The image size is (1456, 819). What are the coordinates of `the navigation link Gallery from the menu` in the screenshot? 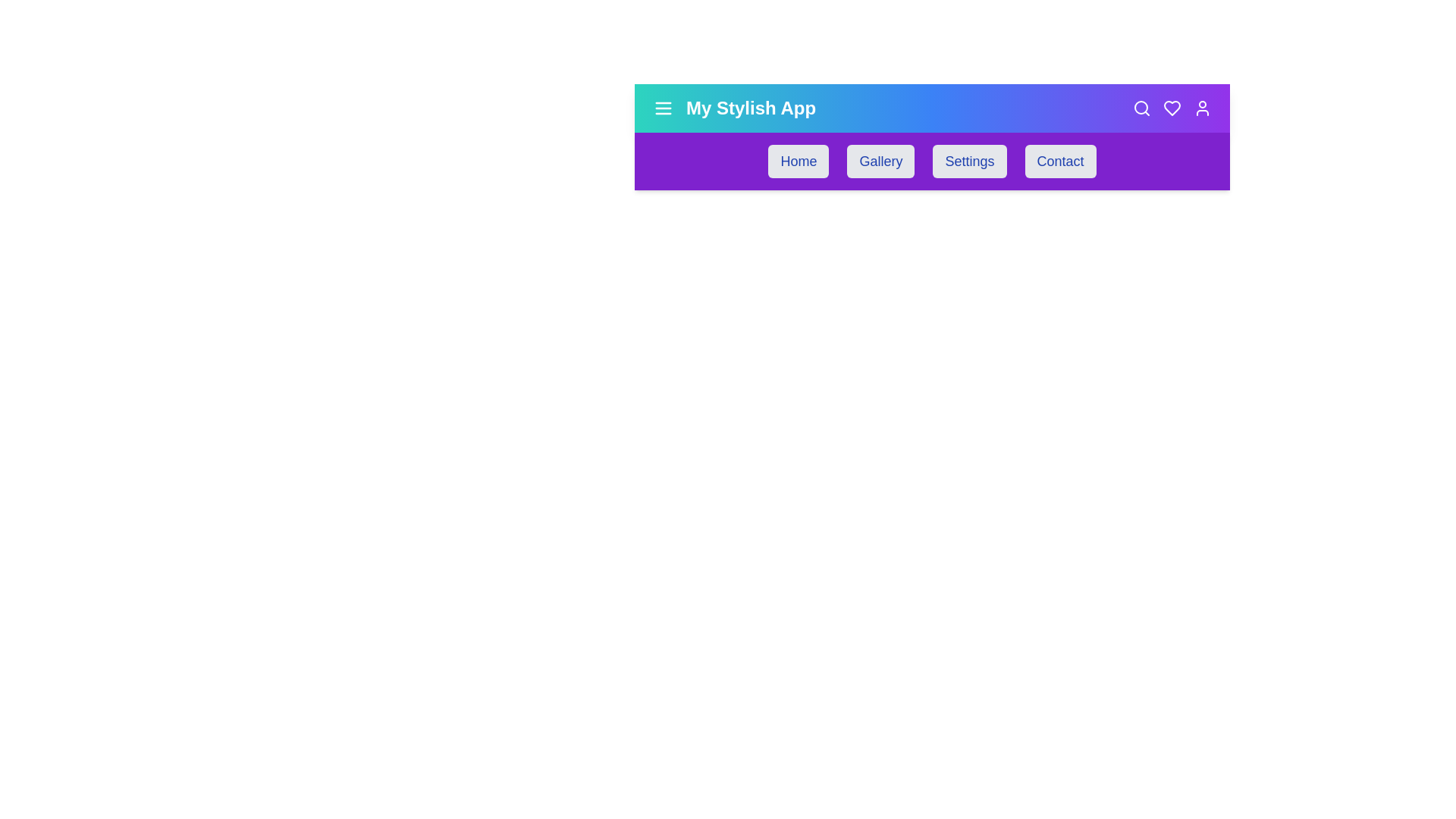 It's located at (880, 161).